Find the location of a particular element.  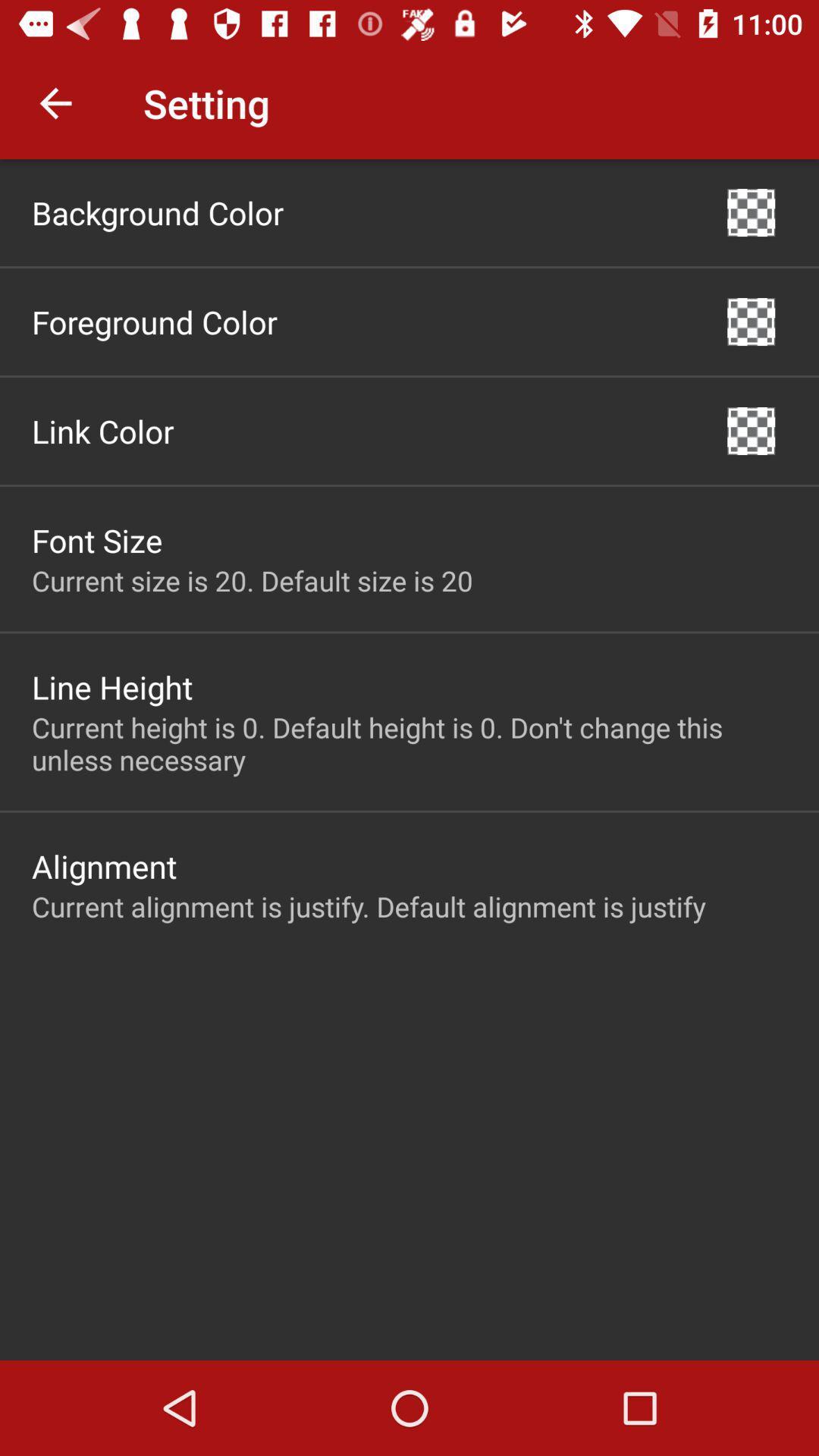

icon below the current size is item is located at coordinates (111, 686).